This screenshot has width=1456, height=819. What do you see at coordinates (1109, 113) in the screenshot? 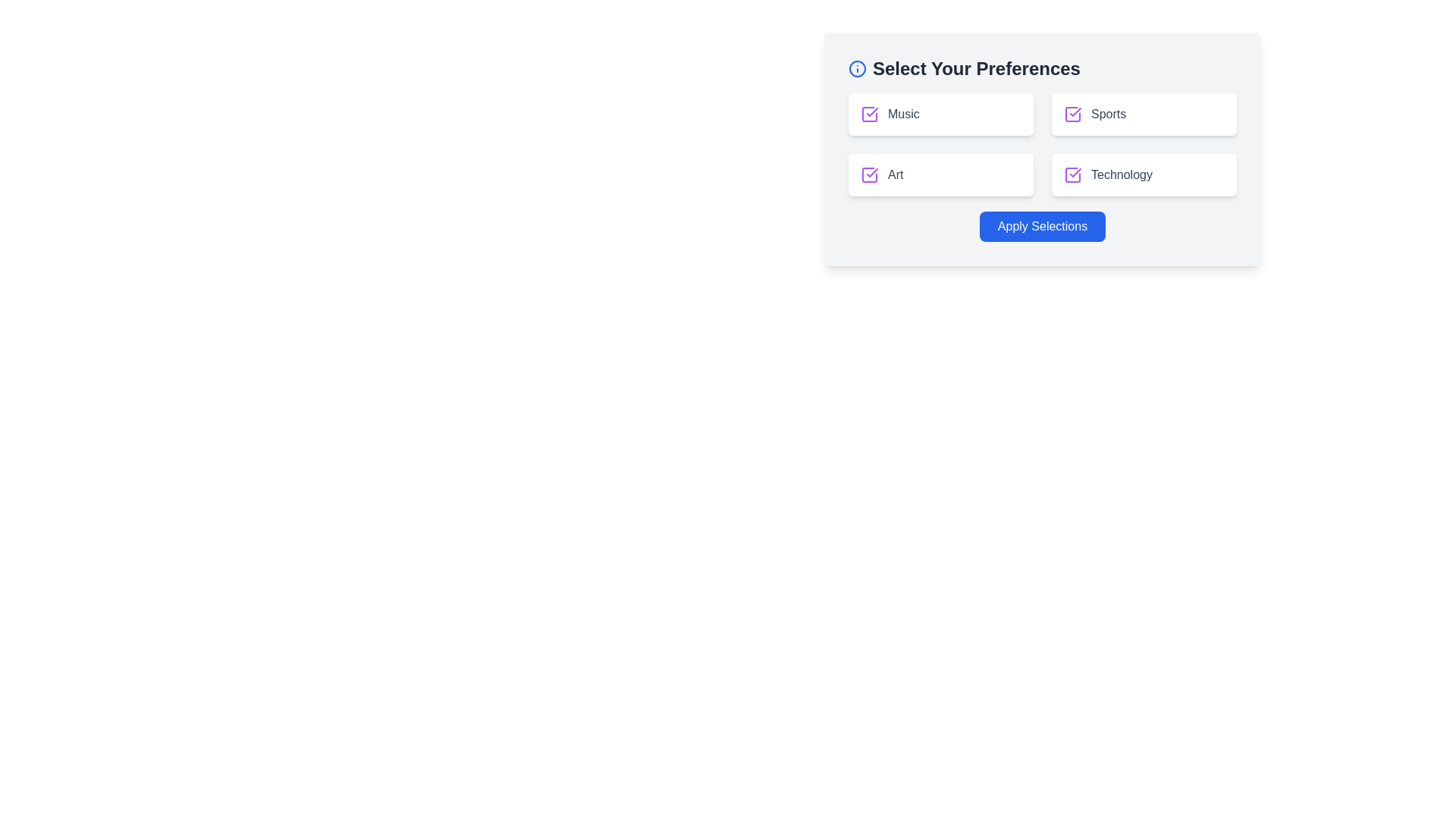
I see `the 'Sports' label text, which is styled in gray color with medium font weight and located in the second row, second column of the preference selection interface` at bounding box center [1109, 113].